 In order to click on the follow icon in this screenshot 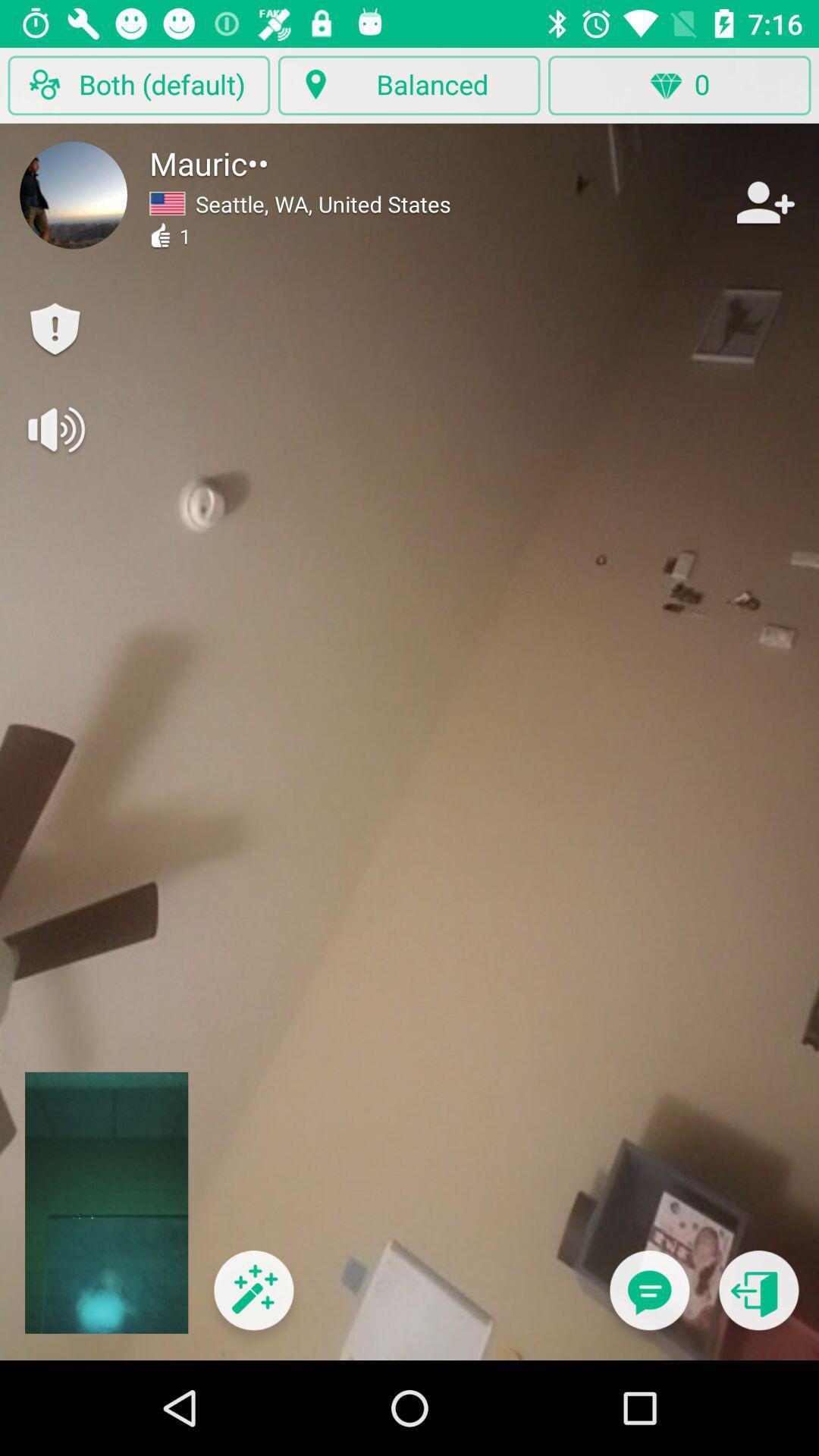, I will do `click(764, 202)`.